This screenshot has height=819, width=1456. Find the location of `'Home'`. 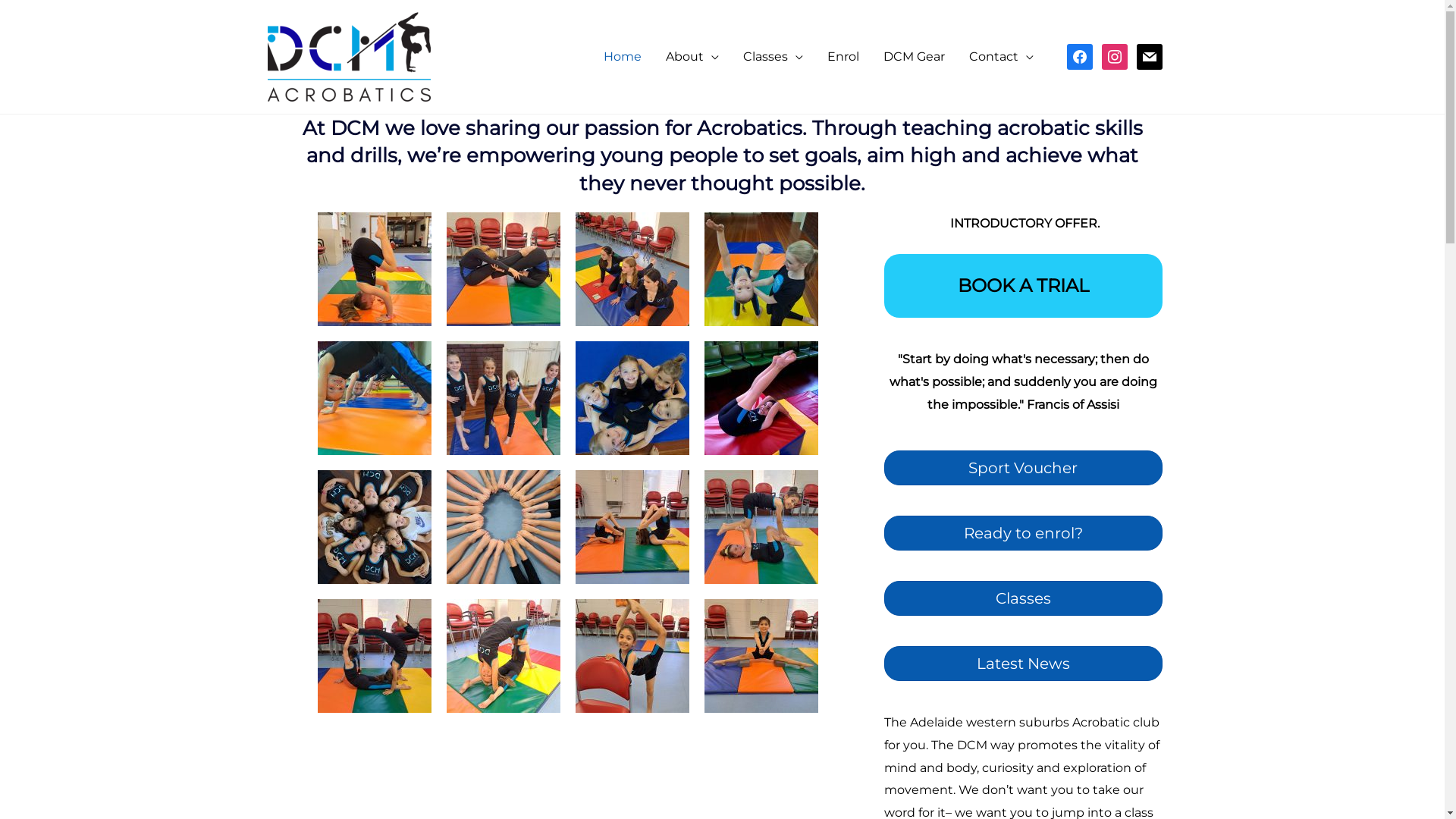

'Home' is located at coordinates (622, 55).